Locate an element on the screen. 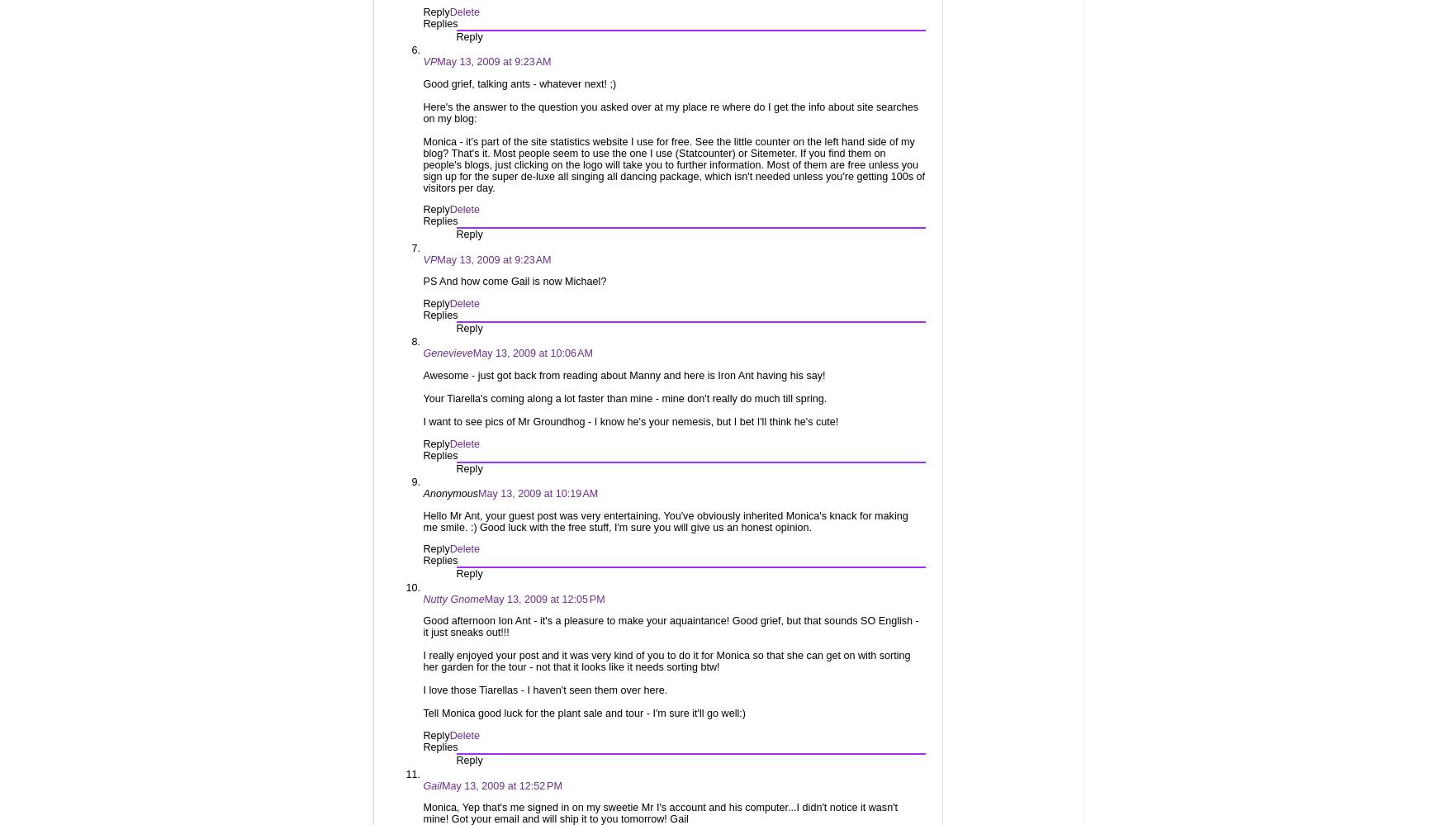  'Your Tiarella's coming along a lot faster than mine - mine don't really do much till spring.' is located at coordinates (624, 399).